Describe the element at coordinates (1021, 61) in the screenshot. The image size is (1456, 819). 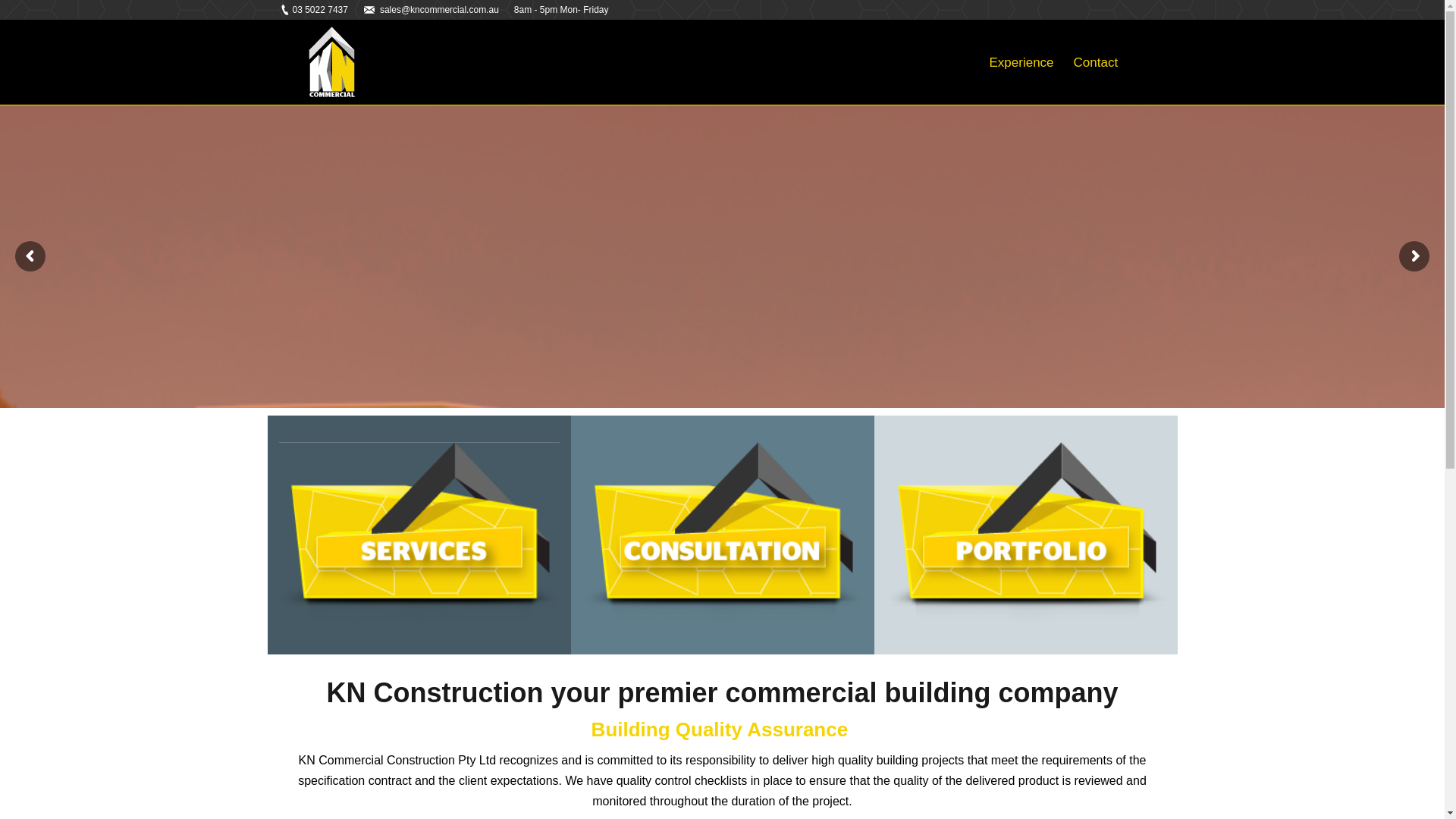
I see `'Experience'` at that location.